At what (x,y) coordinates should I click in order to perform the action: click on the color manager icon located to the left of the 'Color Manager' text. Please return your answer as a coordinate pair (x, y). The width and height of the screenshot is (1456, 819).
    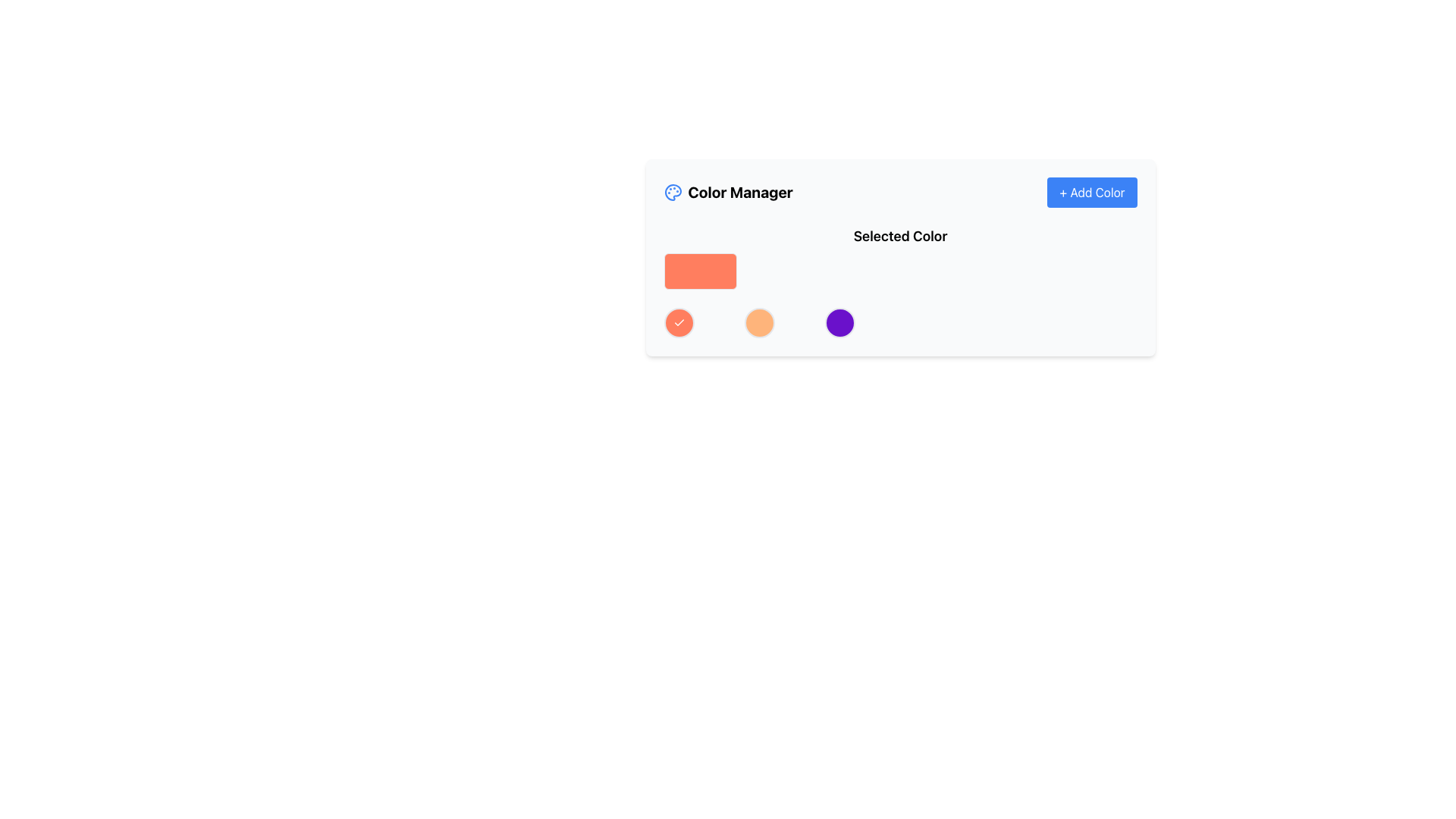
    Looking at the image, I should click on (672, 192).